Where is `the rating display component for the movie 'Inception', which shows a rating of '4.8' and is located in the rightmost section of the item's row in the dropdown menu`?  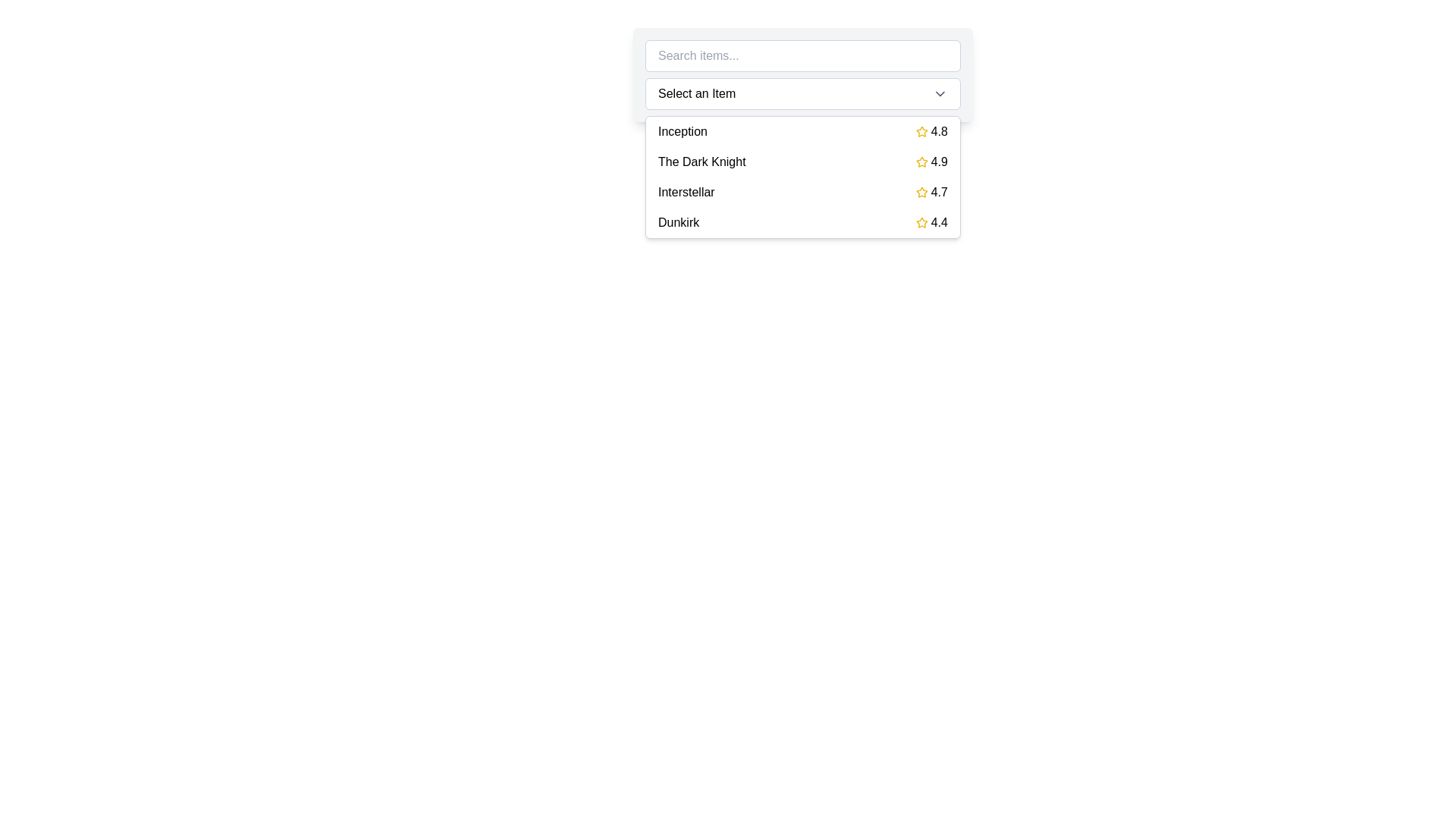 the rating display component for the movie 'Inception', which shows a rating of '4.8' and is located in the rightmost section of the item's row in the dropdown menu is located at coordinates (930, 130).